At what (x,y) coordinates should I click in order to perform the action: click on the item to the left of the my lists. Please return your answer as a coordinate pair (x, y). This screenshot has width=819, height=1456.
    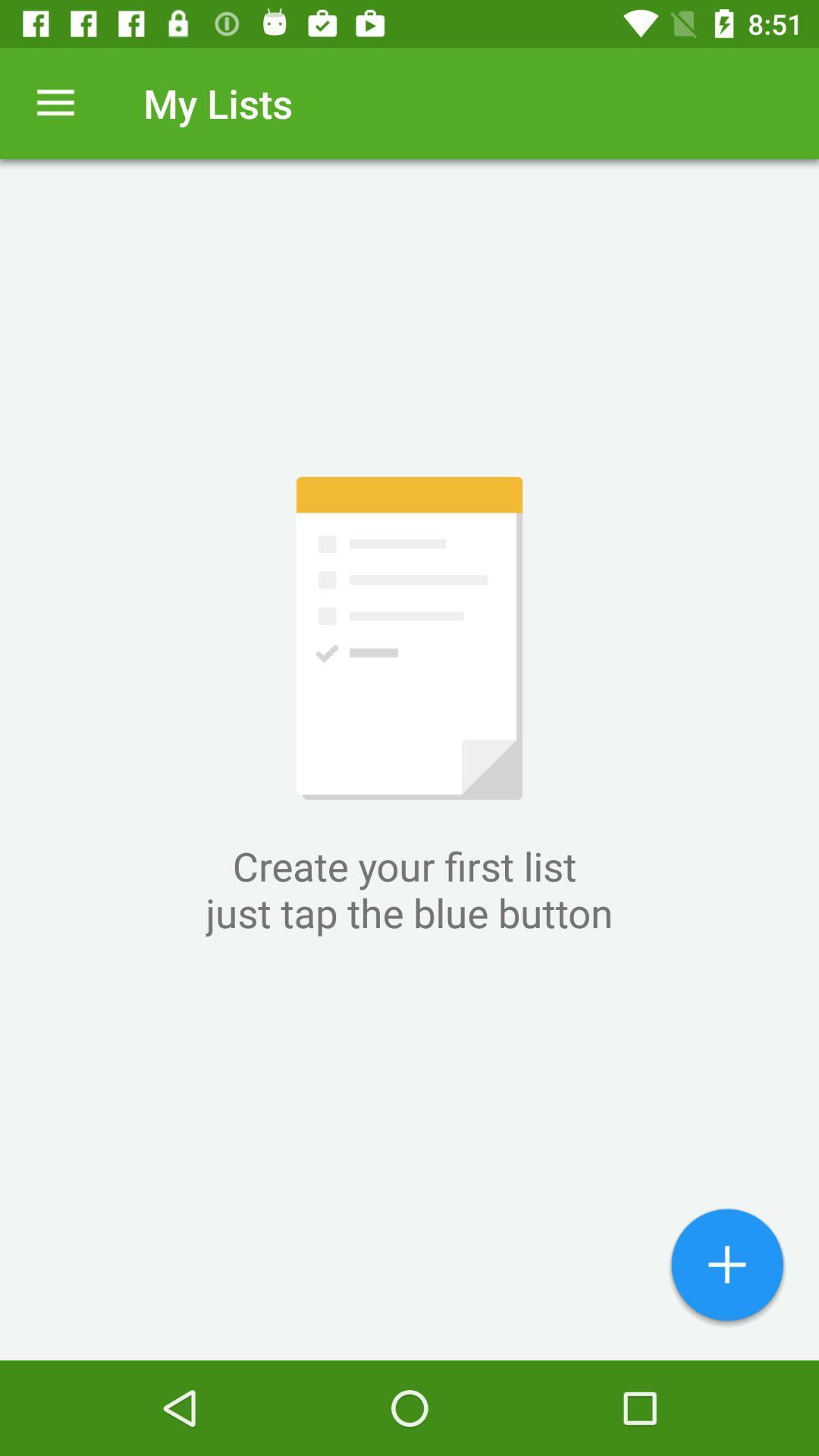
    Looking at the image, I should click on (55, 102).